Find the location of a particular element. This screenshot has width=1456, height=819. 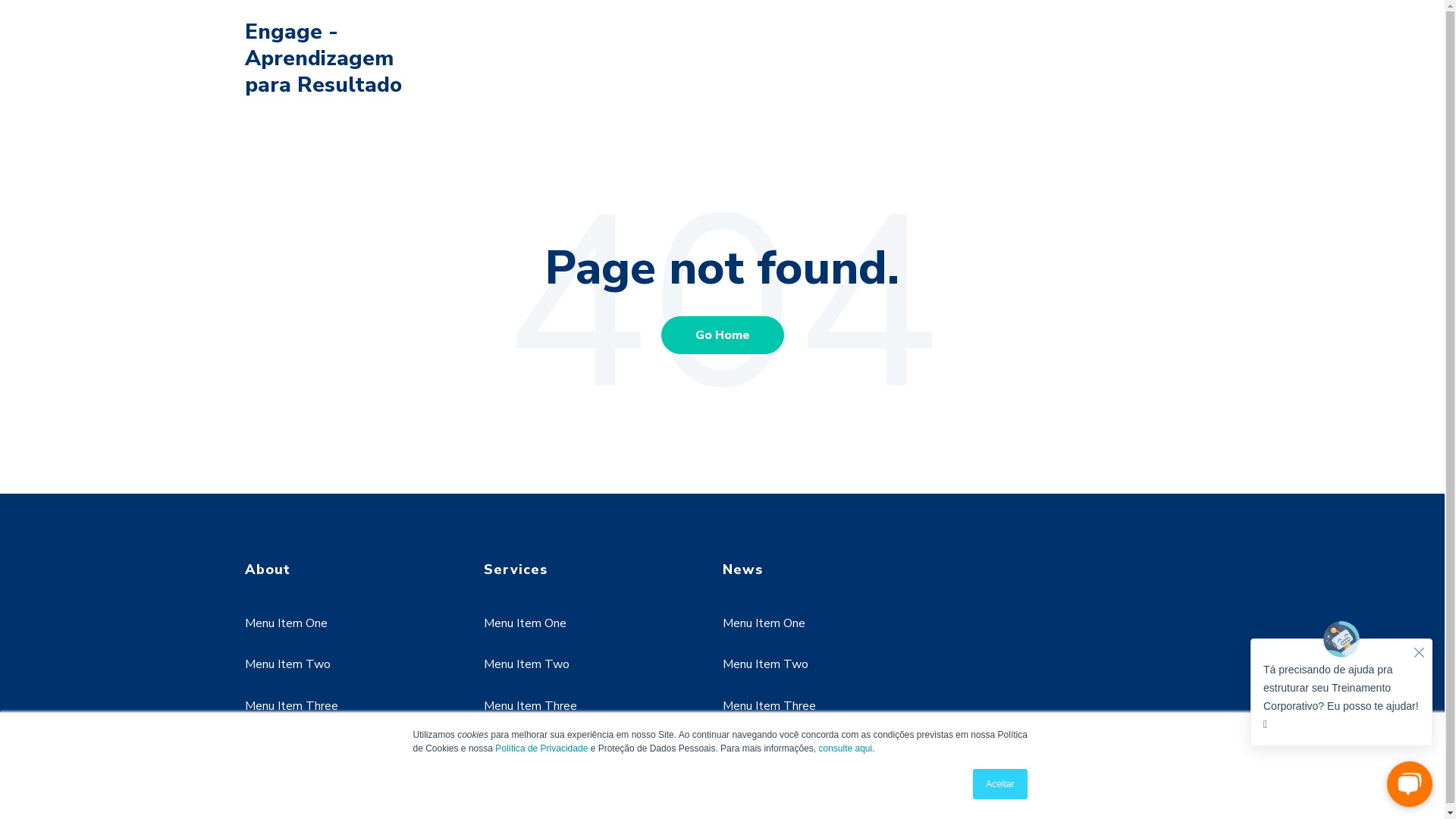

'consulte aqui' is located at coordinates (817, 748).